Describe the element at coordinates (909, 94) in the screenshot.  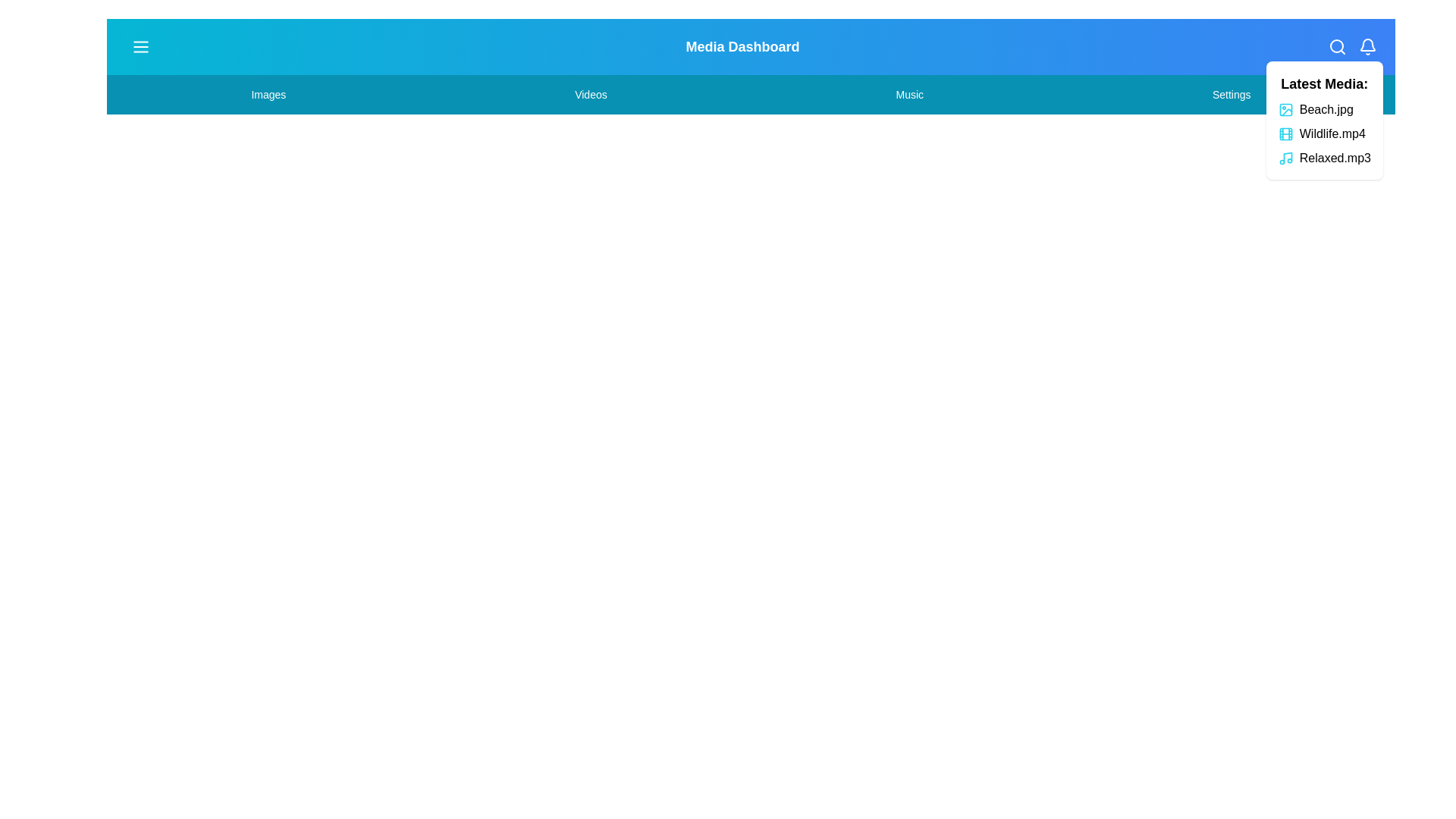
I see `the menu item Music by clicking on it` at that location.